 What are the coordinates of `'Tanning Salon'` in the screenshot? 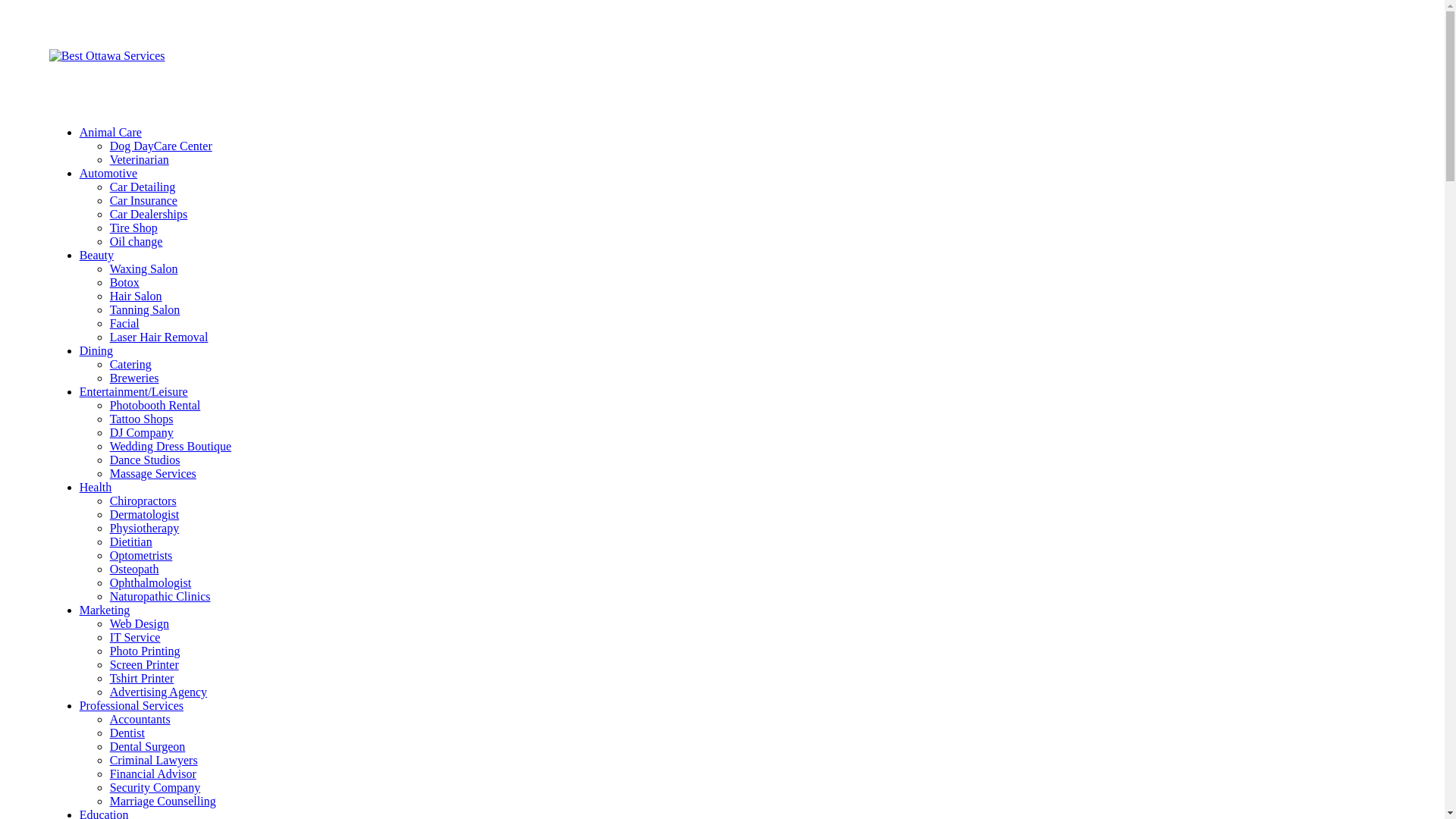 It's located at (145, 309).